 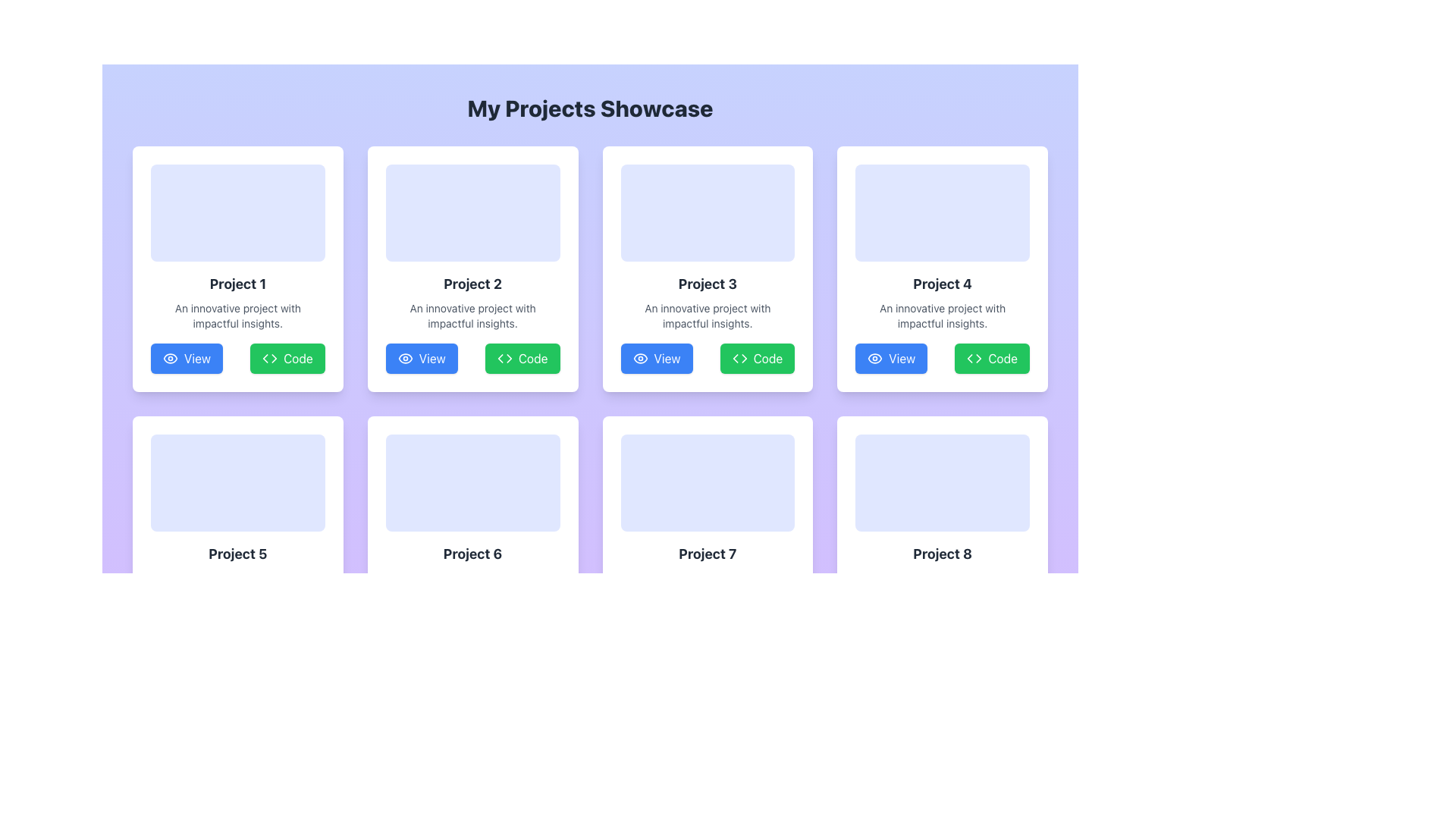 I want to click on the text element labeled 'Project 7' which is styled in bold, dark-gray font and located at the bottom of the 7th card in a grid layout, so click(x=707, y=554).